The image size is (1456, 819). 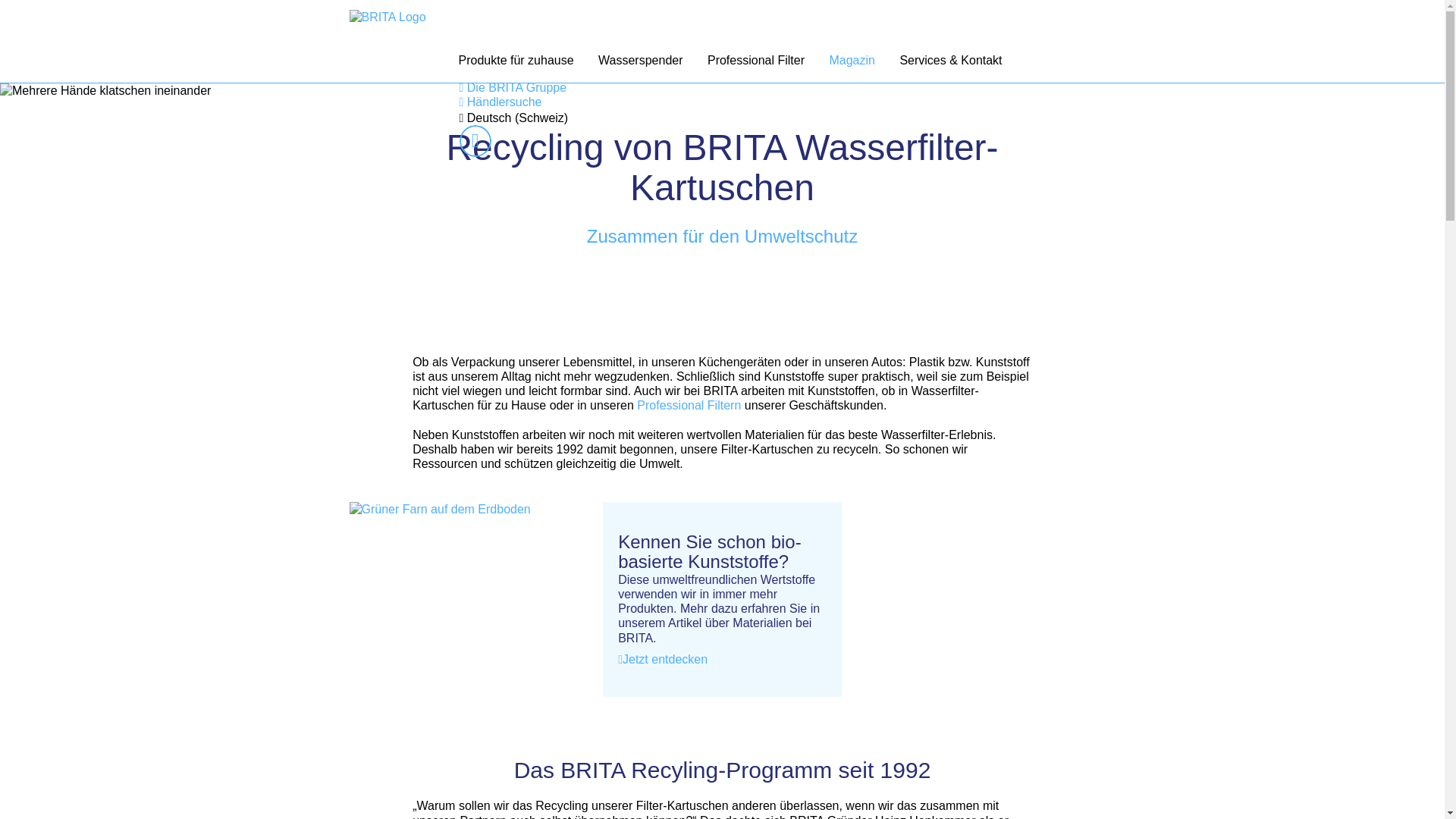 What do you see at coordinates (618, 552) in the screenshot?
I see `'Kennen Sie schon bio-basierte Kunststoffe?'` at bounding box center [618, 552].